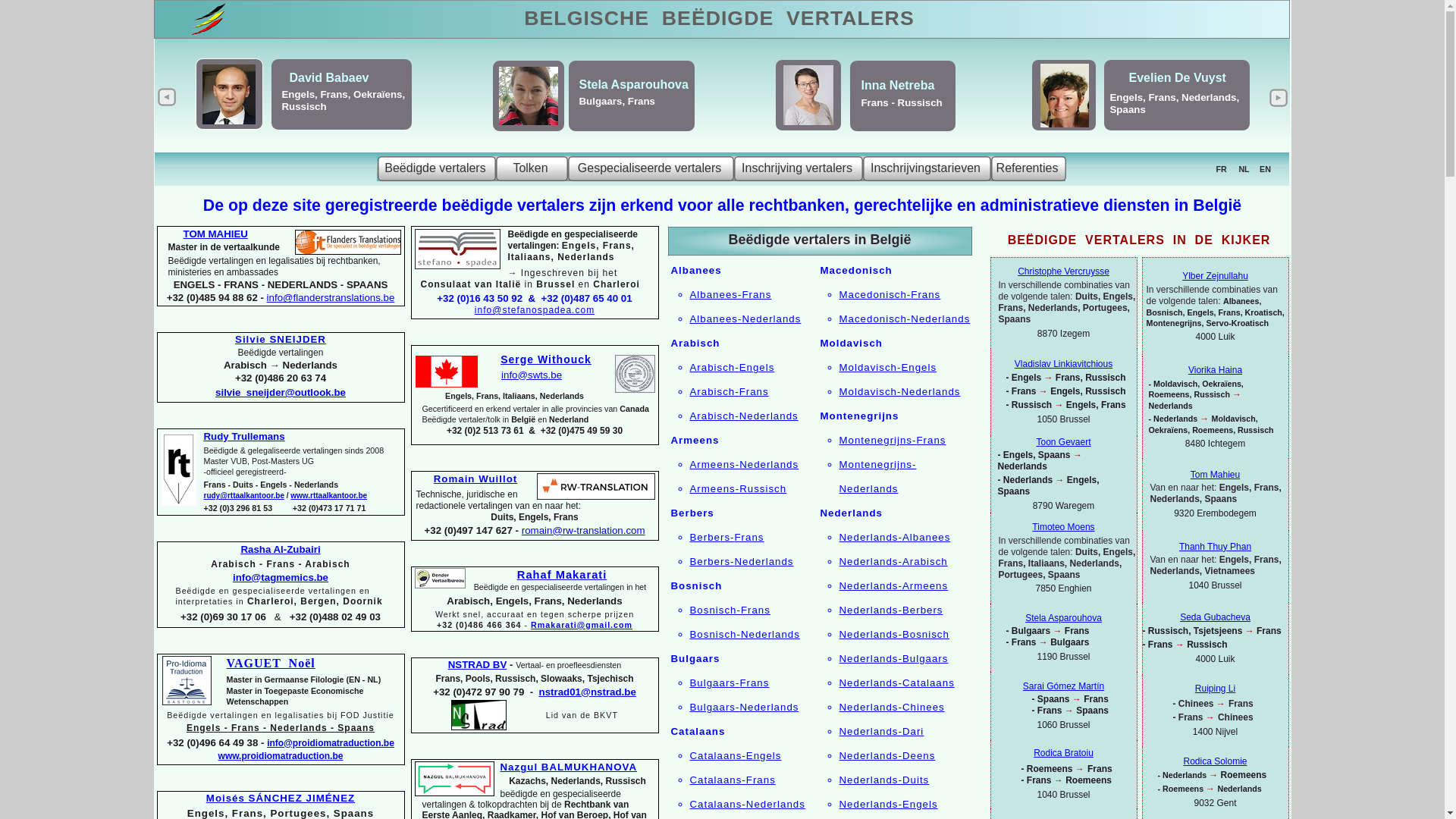  Describe the element at coordinates (745, 463) in the screenshot. I see `'Armeens-Nederlands'` at that location.